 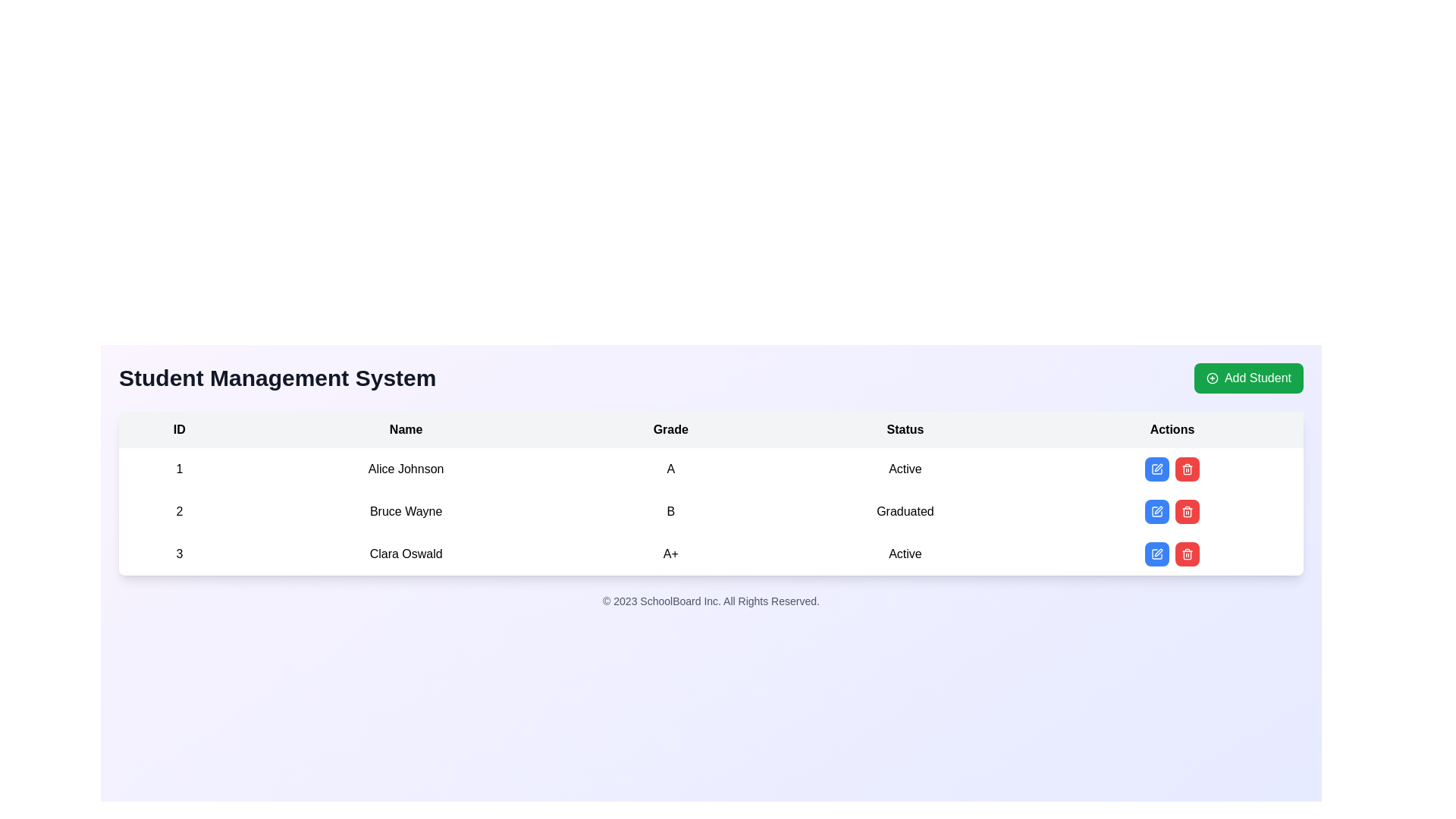 What do you see at coordinates (710, 512) in the screenshot?
I see `individual content within the second row of the student management system table, which contains the ID '2', the name 'Bruce Wayne', the grade 'B', the status 'Graduated', and action buttons` at bounding box center [710, 512].